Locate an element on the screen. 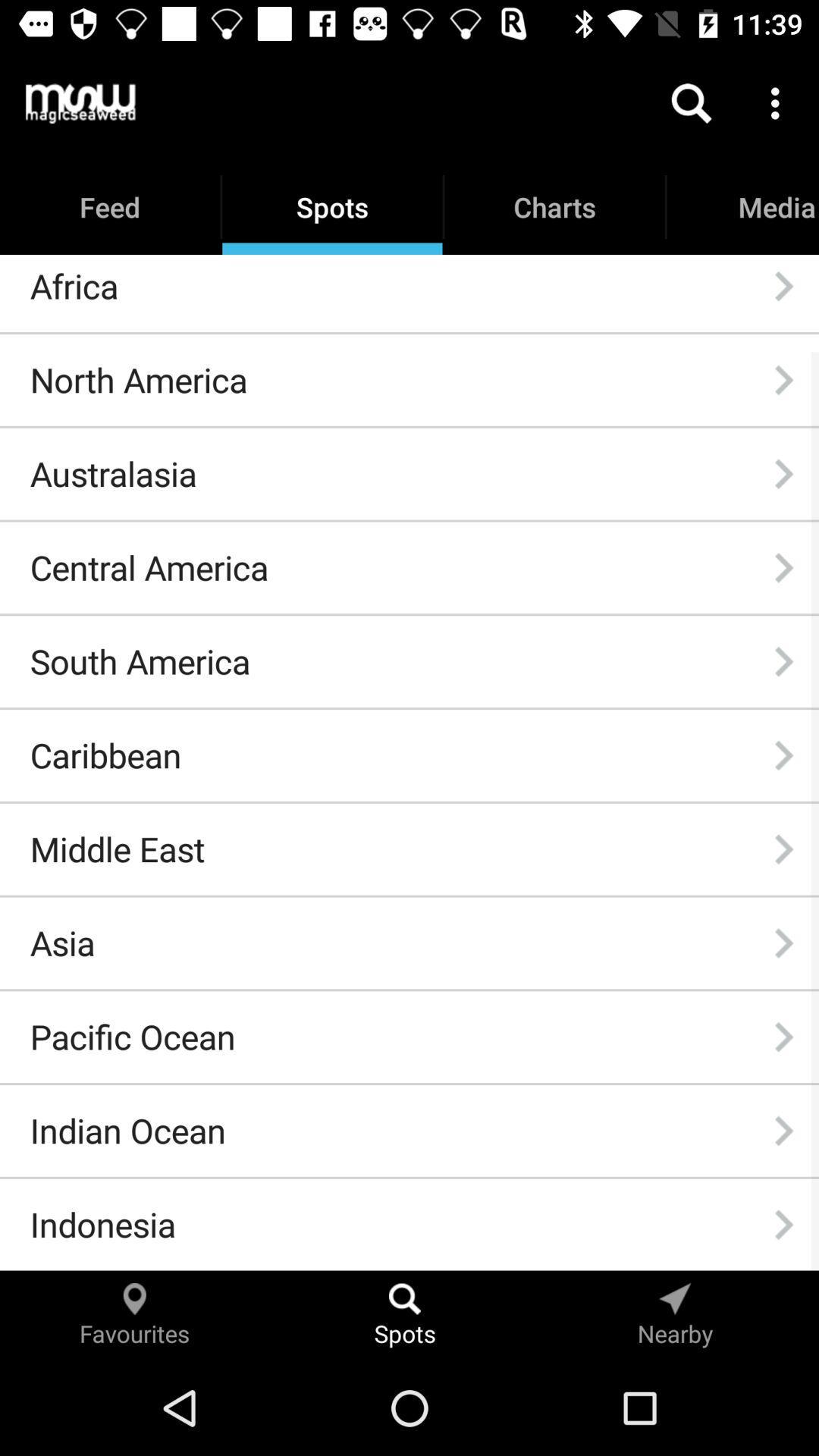 The height and width of the screenshot is (1456, 819). the icon below feed icon is located at coordinates (74, 286).